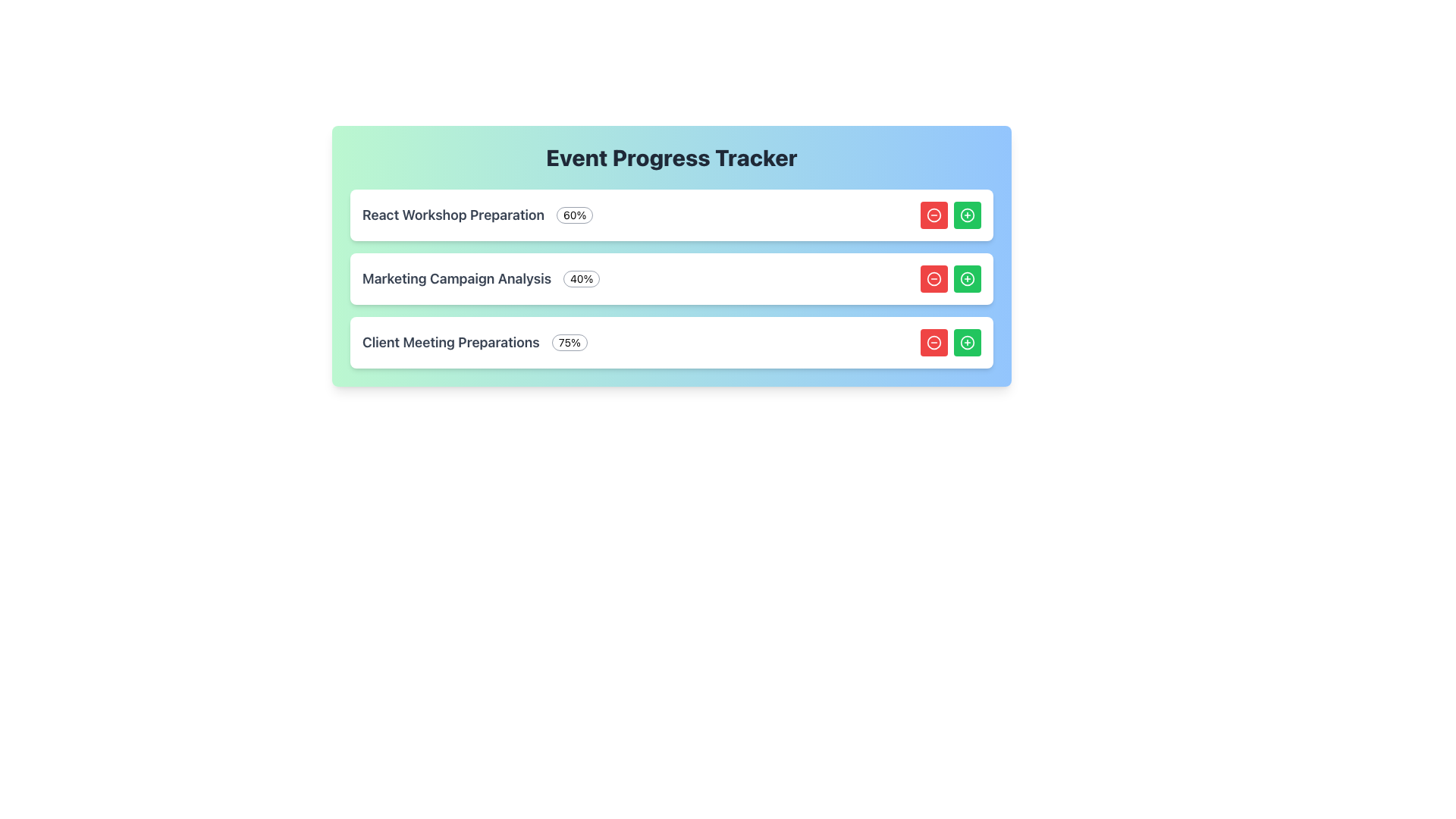 This screenshot has height=819, width=1456. I want to click on the deletion icon component, which is part of a red circular button located in the top row of the vertical task management list, positioned centrally within the button and aligned to the right of the task entry row, so click(934, 215).